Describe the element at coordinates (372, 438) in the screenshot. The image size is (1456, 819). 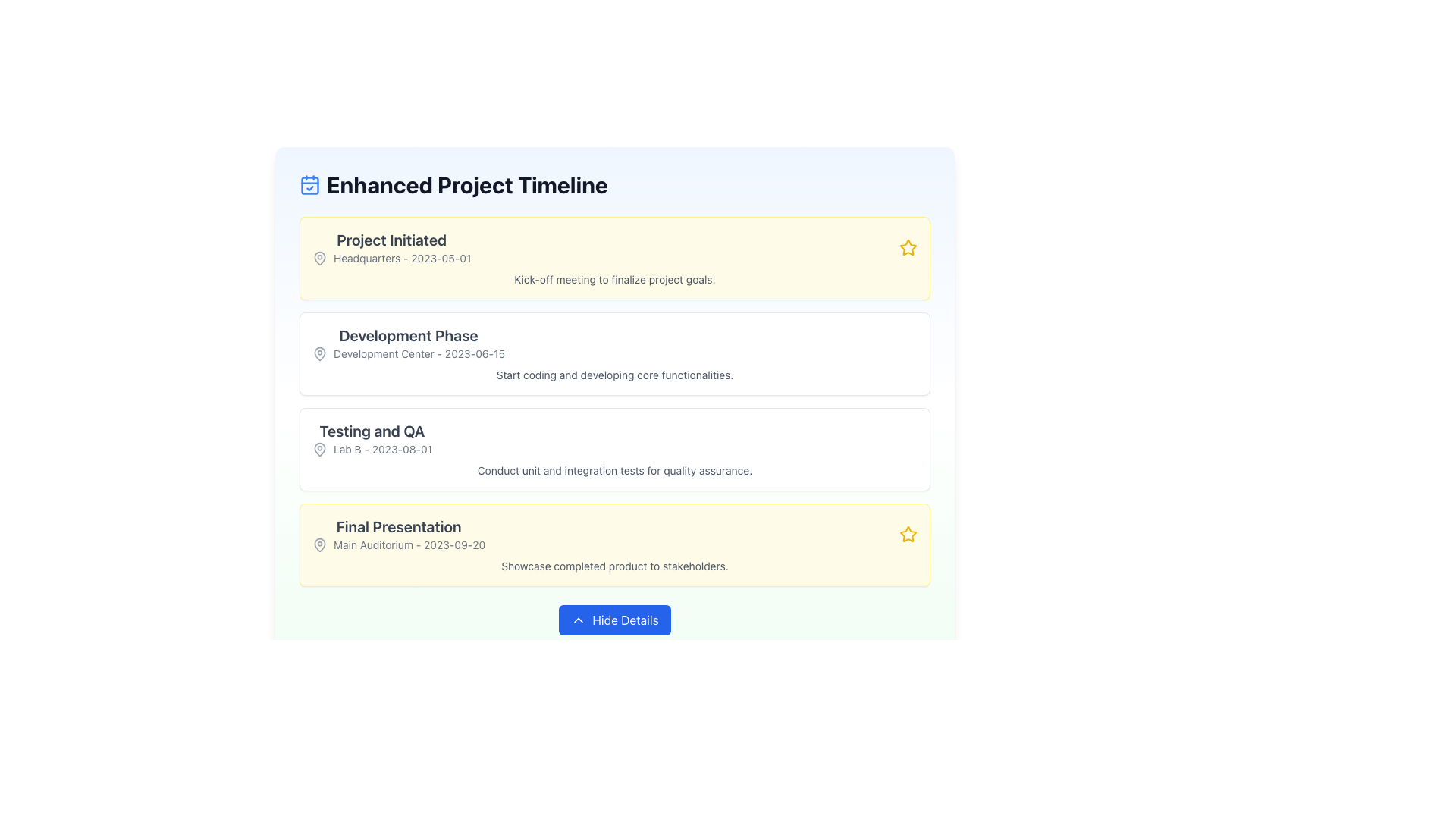
I see `the text element titled 'Testing and QA' in the project timeline, which is the third item in the vertical list` at that location.